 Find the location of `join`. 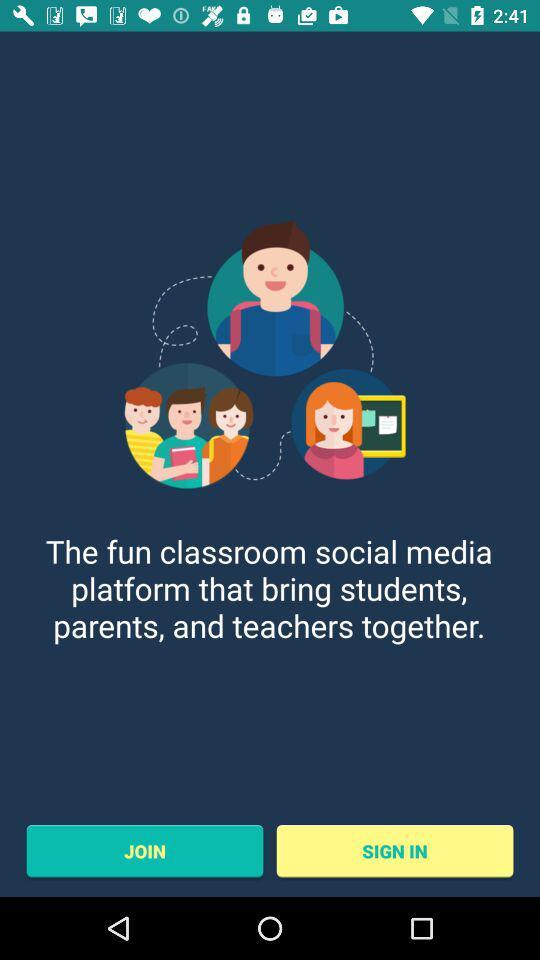

join is located at coordinates (143, 850).